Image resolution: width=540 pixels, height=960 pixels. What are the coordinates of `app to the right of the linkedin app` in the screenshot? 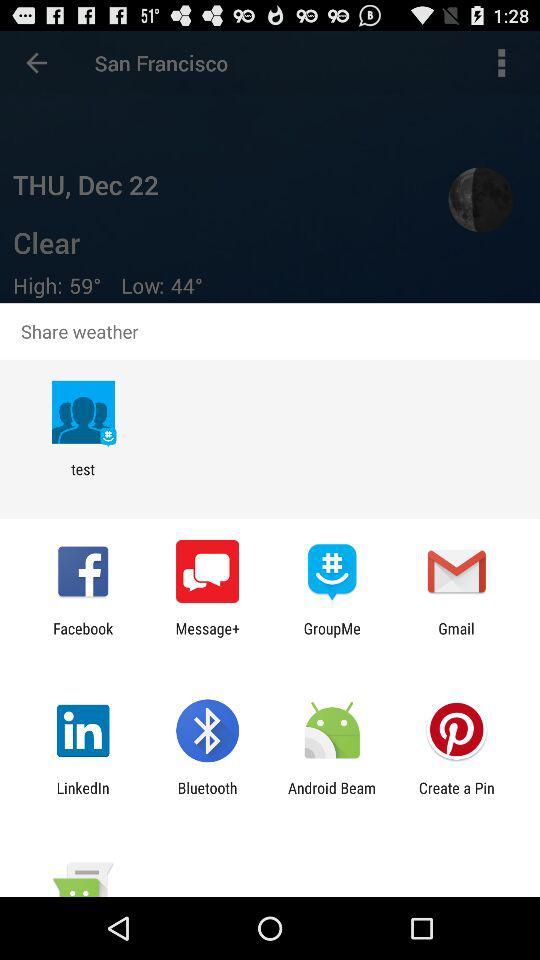 It's located at (206, 796).